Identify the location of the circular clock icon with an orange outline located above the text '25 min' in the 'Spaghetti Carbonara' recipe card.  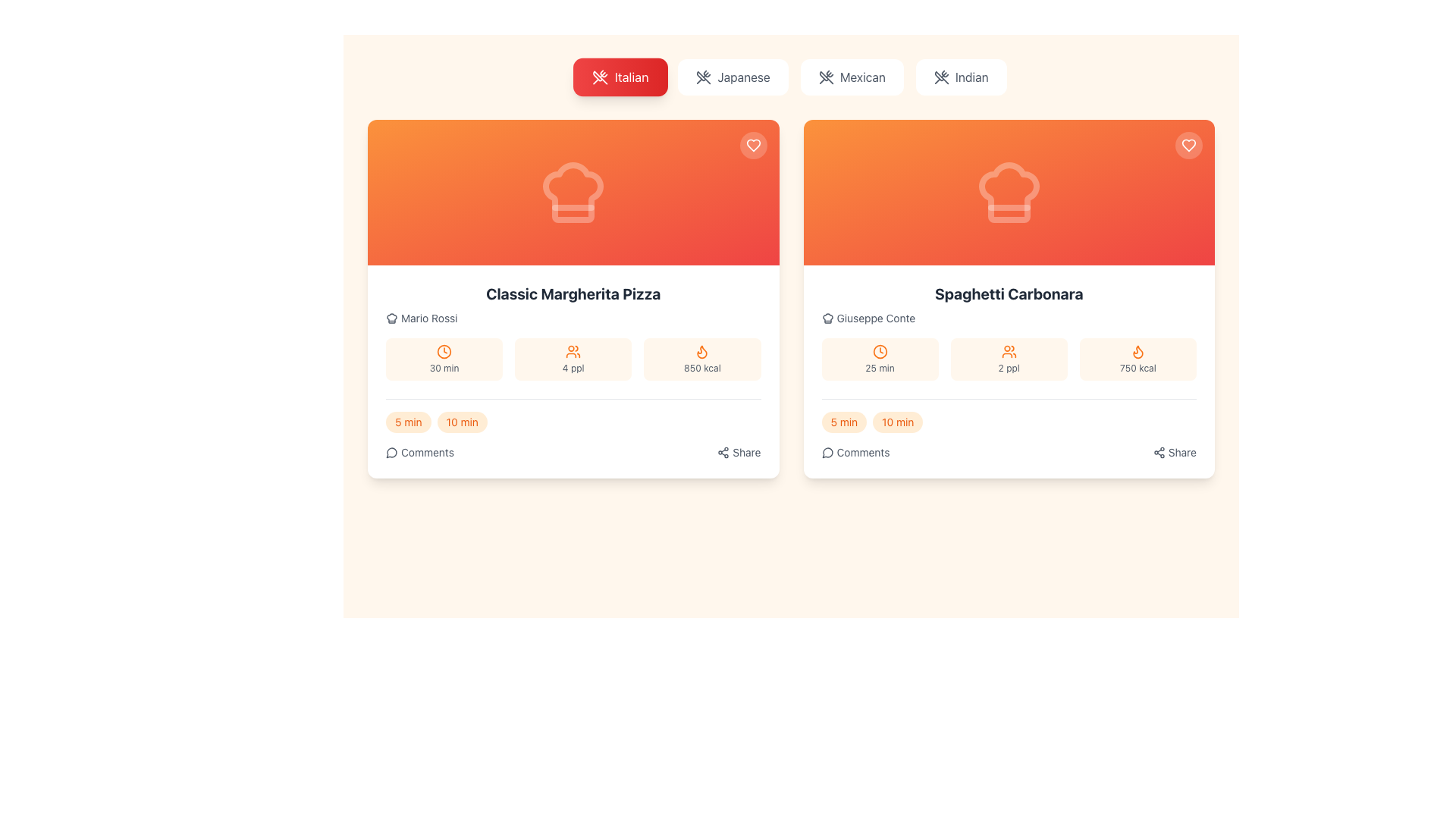
(880, 351).